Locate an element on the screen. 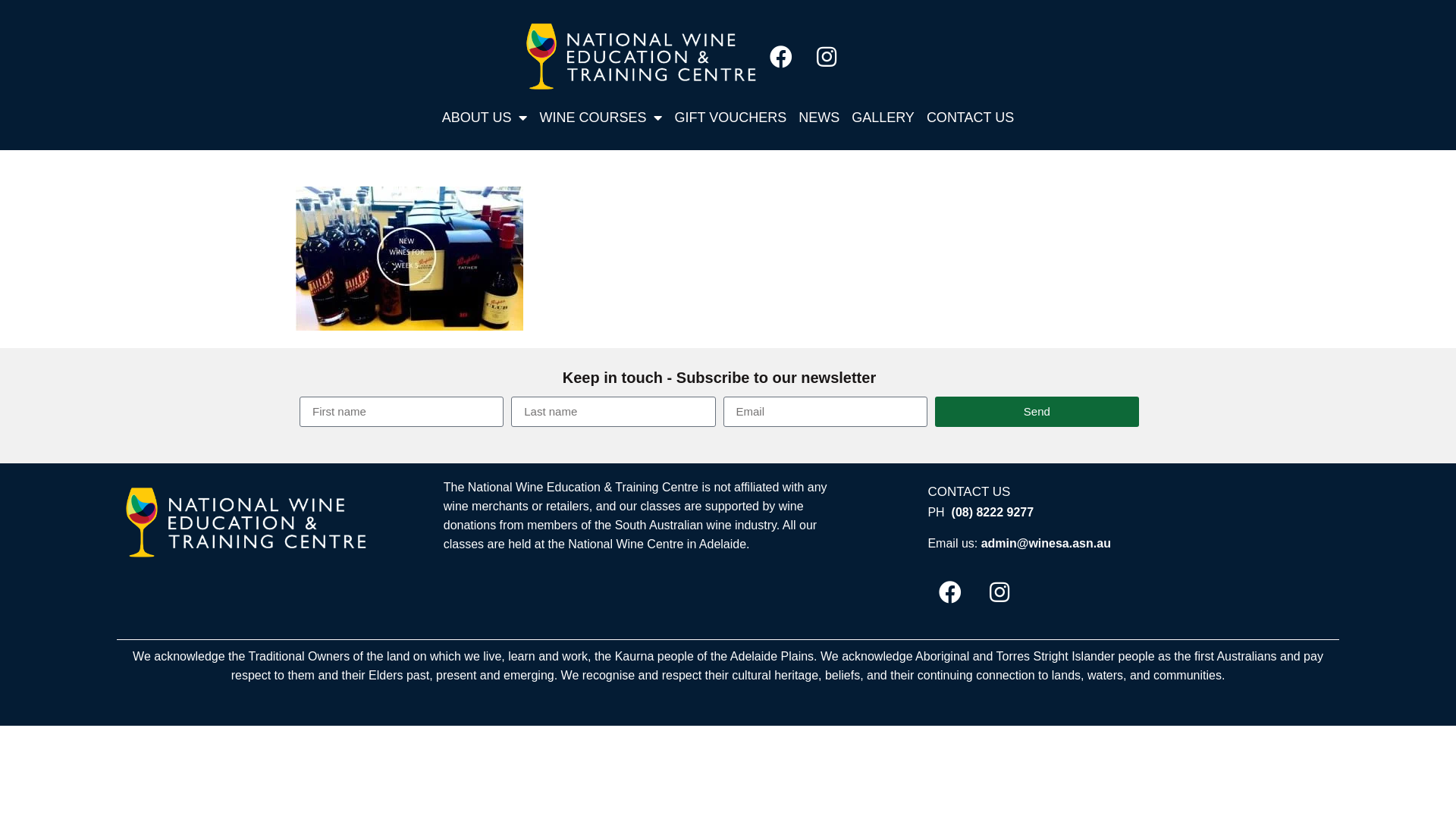  'admin@winesa.asn.au' is located at coordinates (1045, 542).